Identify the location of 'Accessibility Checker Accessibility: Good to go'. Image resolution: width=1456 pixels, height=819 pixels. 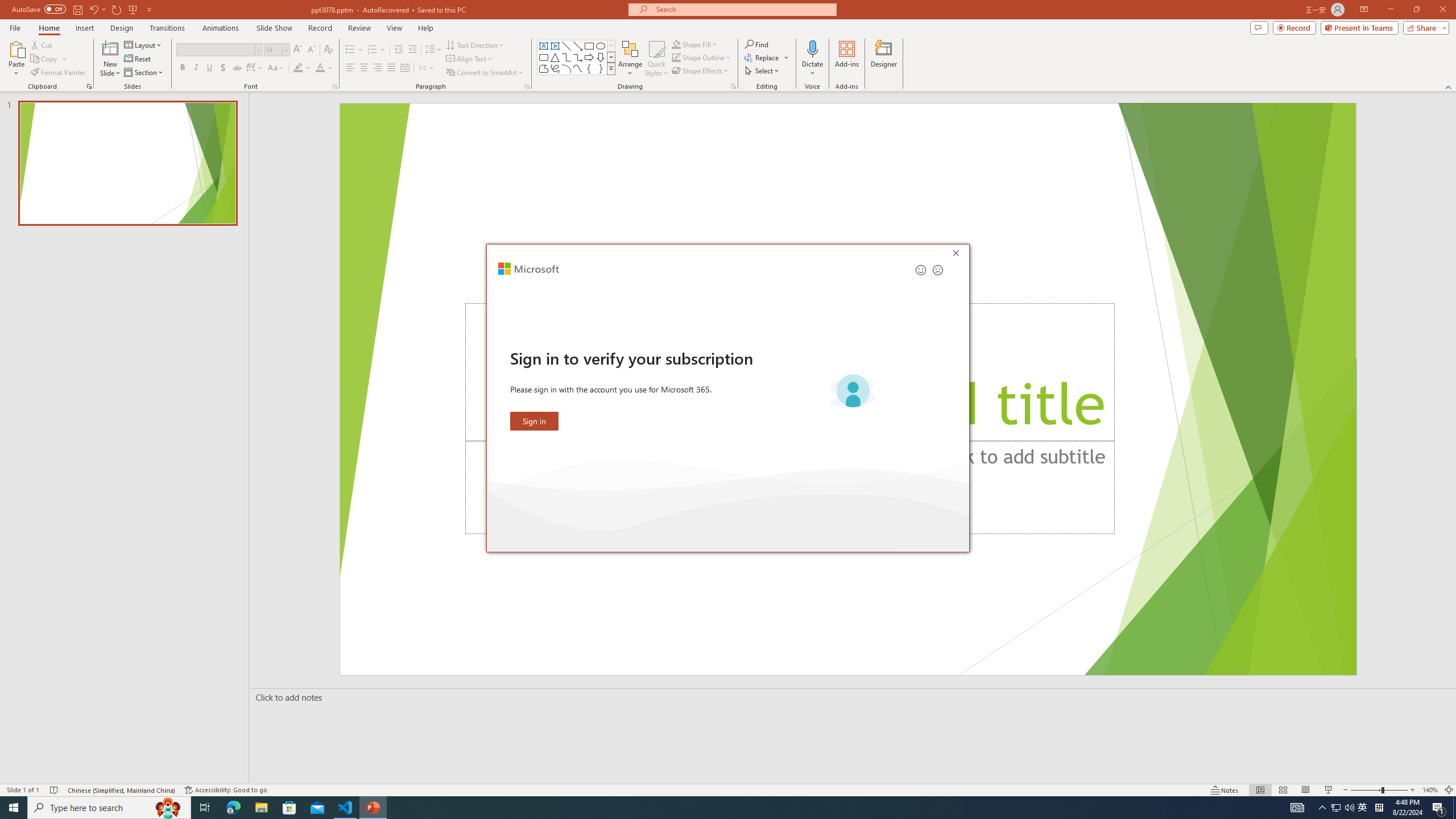
(226, 790).